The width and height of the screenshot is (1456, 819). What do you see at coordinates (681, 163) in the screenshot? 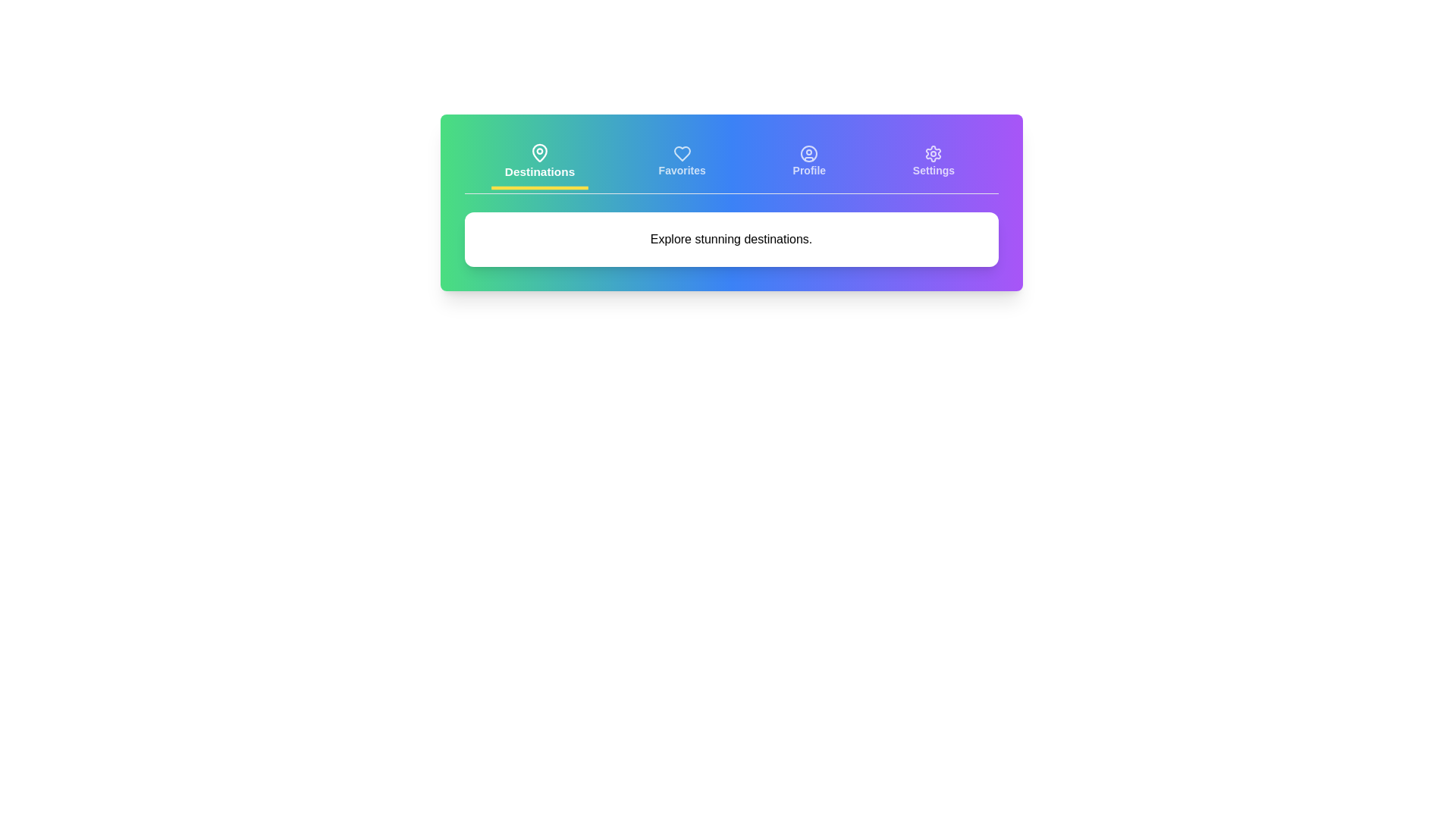
I see `the tab labeled Favorites to navigate to its content` at bounding box center [681, 163].